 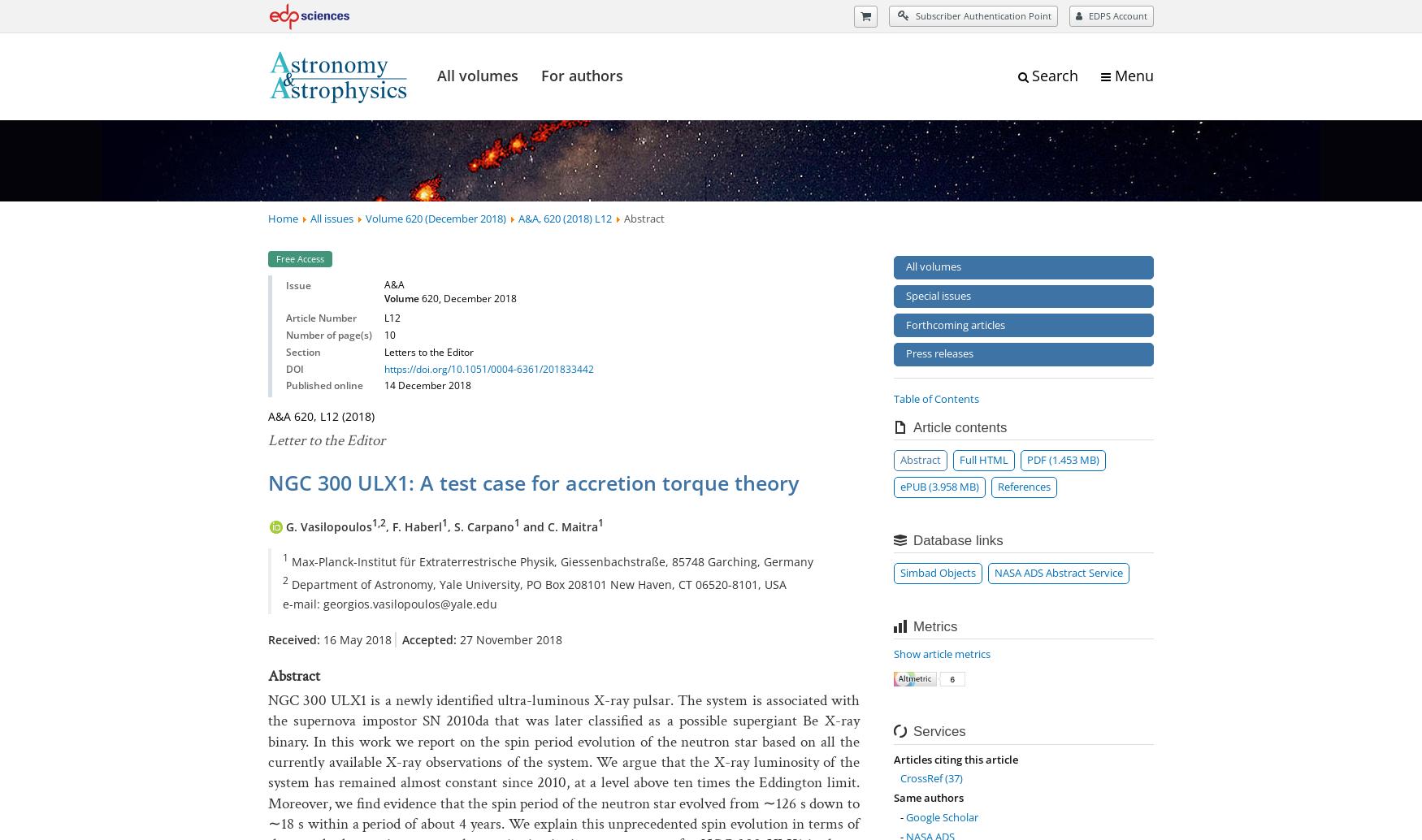 What do you see at coordinates (935, 397) in the screenshot?
I see `'Table of Contents'` at bounding box center [935, 397].